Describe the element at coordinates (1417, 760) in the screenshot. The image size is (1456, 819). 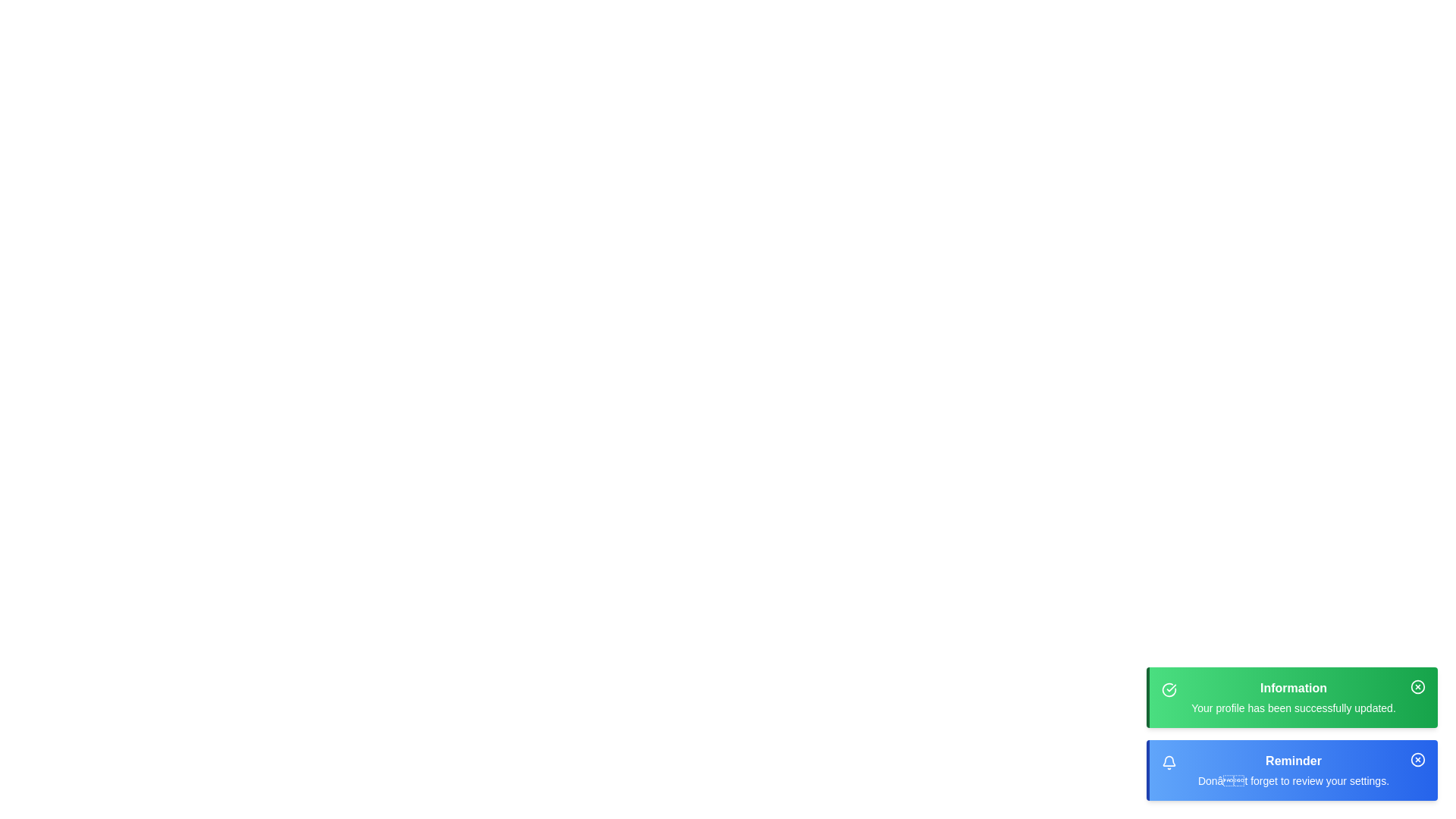
I see `the close button located at the bottom-right corner of the 'Reminder' notification bar` at that location.